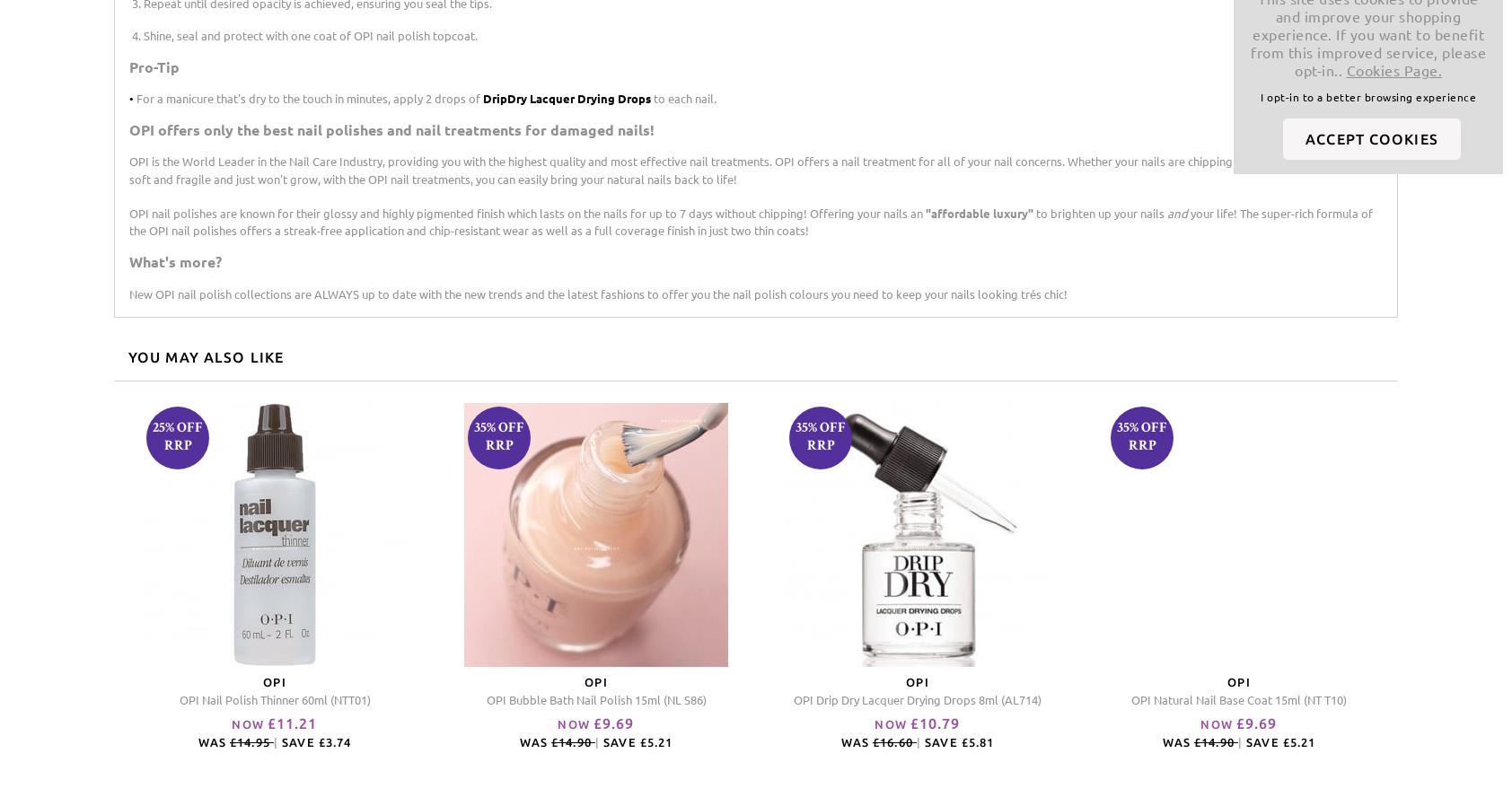 This screenshot has height=806, width=1512. Describe the element at coordinates (980, 212) in the screenshot. I see `'"affordable luxury"'` at that location.